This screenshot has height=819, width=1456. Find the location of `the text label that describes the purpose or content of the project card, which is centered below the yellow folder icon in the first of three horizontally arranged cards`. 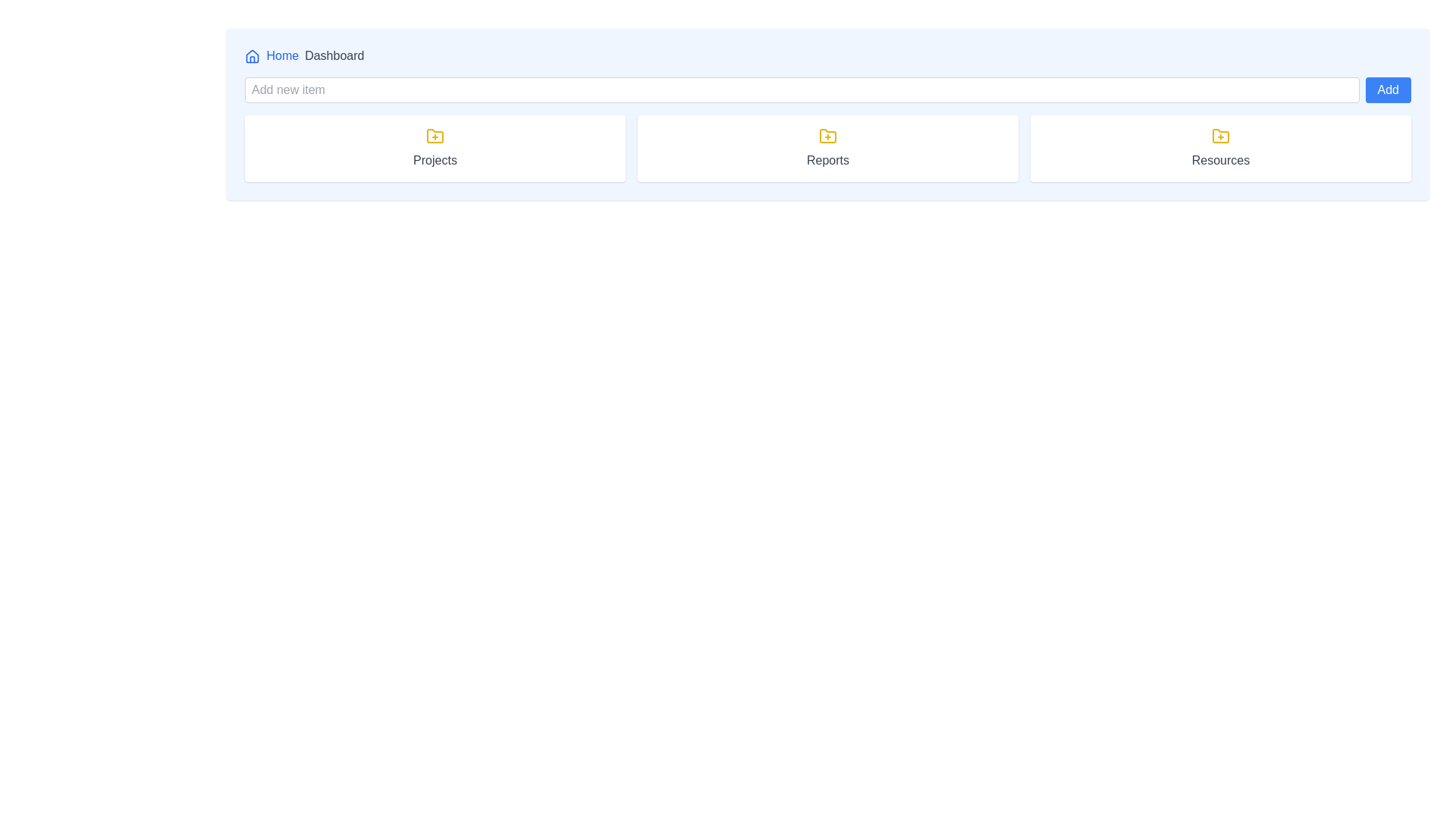

the text label that describes the purpose or content of the project card, which is centered below the yellow folder icon in the first of three horizontally arranged cards is located at coordinates (435, 161).